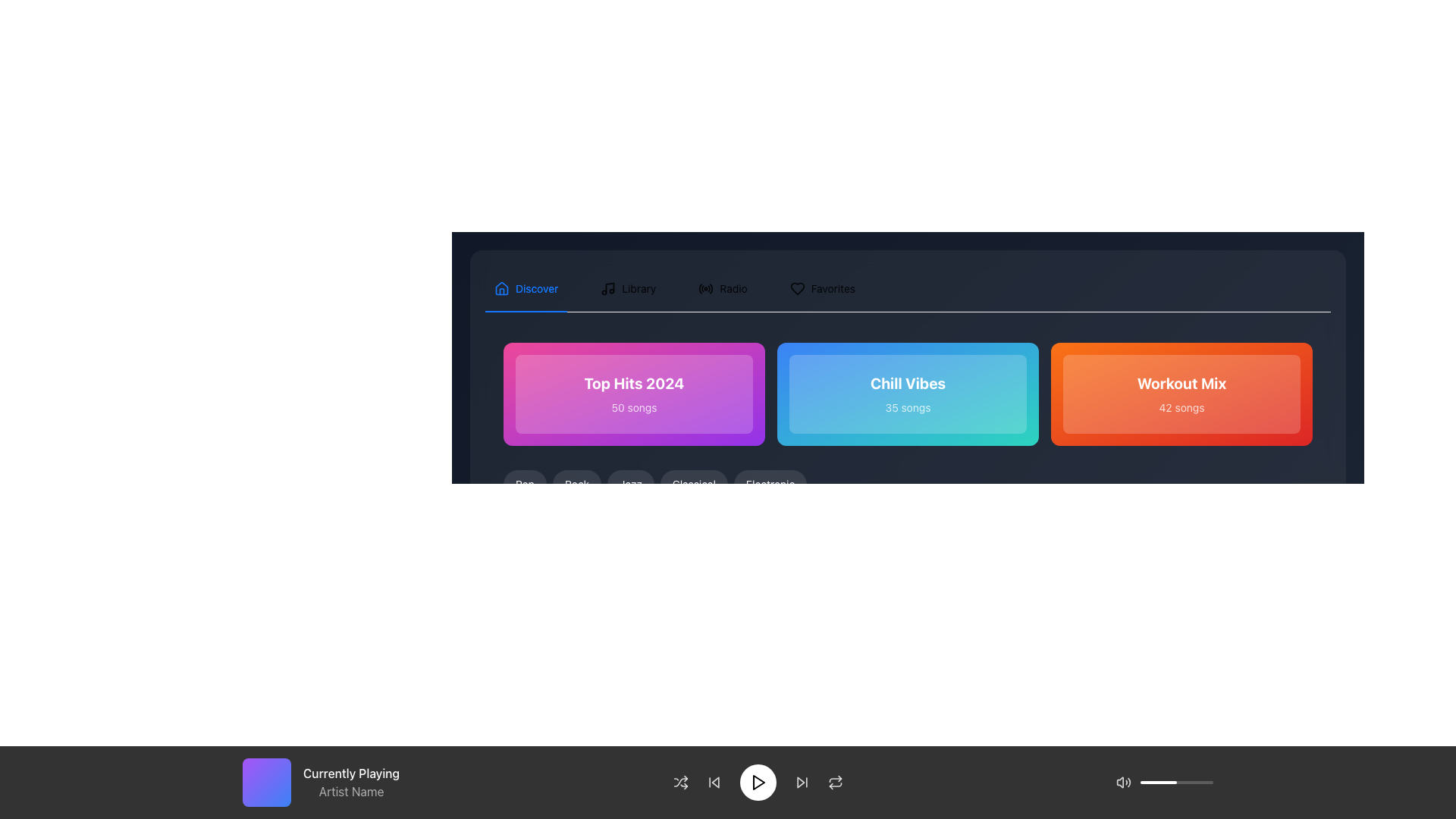 The image size is (1456, 819). I want to click on the third button in the horizontally scrollable genre selector, so click(630, 485).